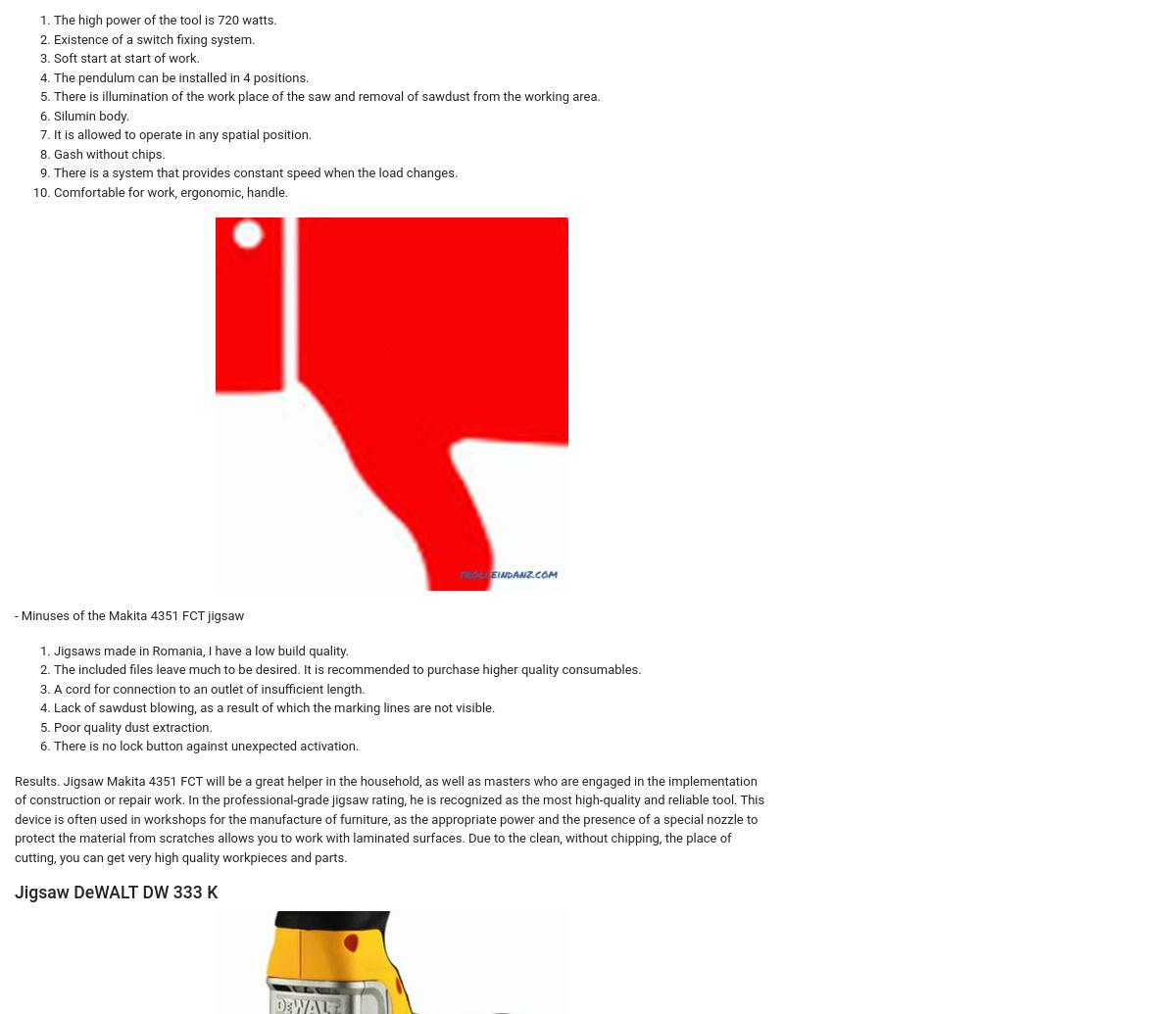  Describe the element at coordinates (109, 153) in the screenshot. I see `'Gash without chips.'` at that location.